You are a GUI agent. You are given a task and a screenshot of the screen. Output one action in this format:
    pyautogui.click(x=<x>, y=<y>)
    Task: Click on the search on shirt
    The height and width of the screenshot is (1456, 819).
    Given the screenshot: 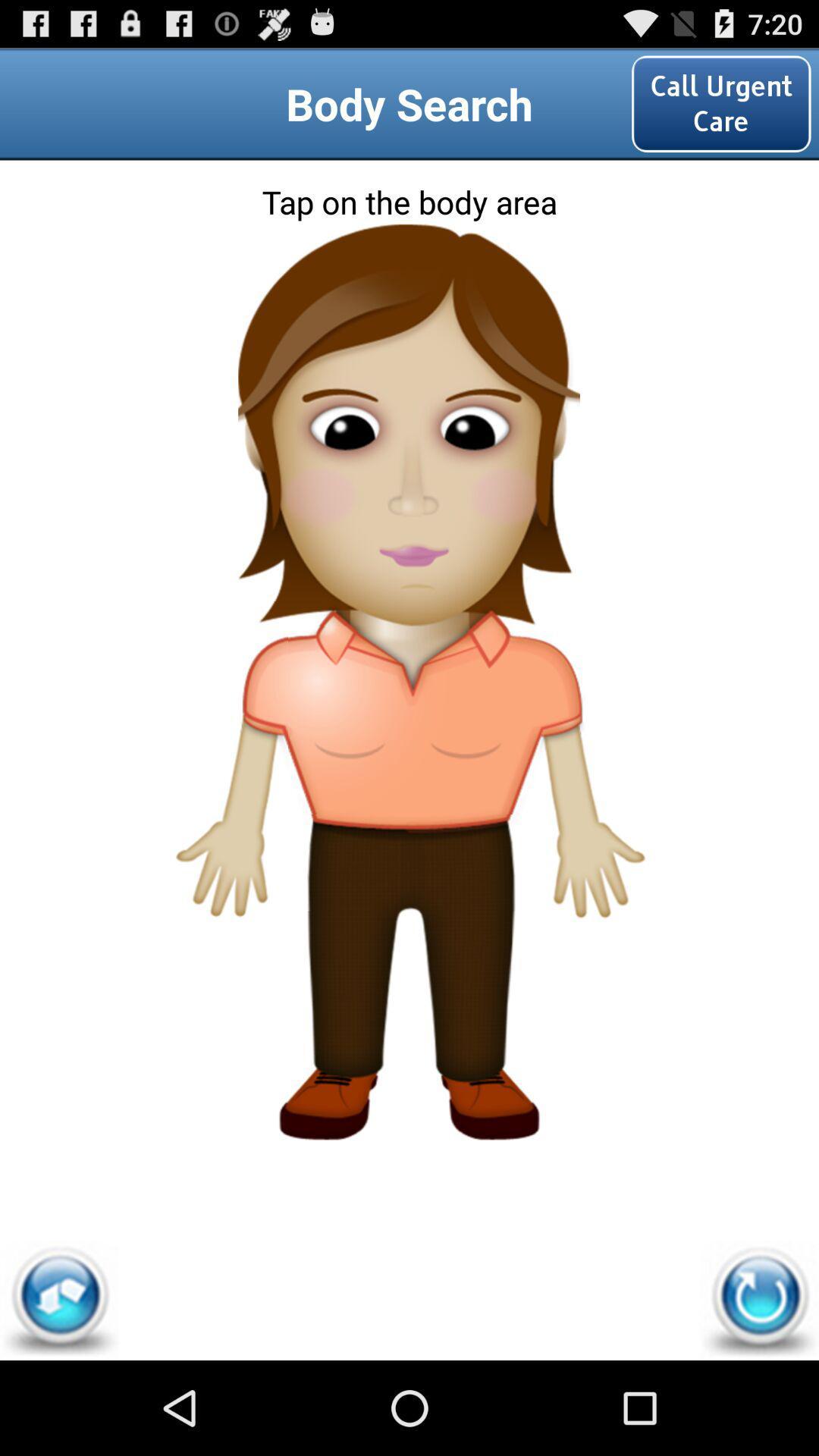 What is the action you would take?
    pyautogui.click(x=408, y=783)
    